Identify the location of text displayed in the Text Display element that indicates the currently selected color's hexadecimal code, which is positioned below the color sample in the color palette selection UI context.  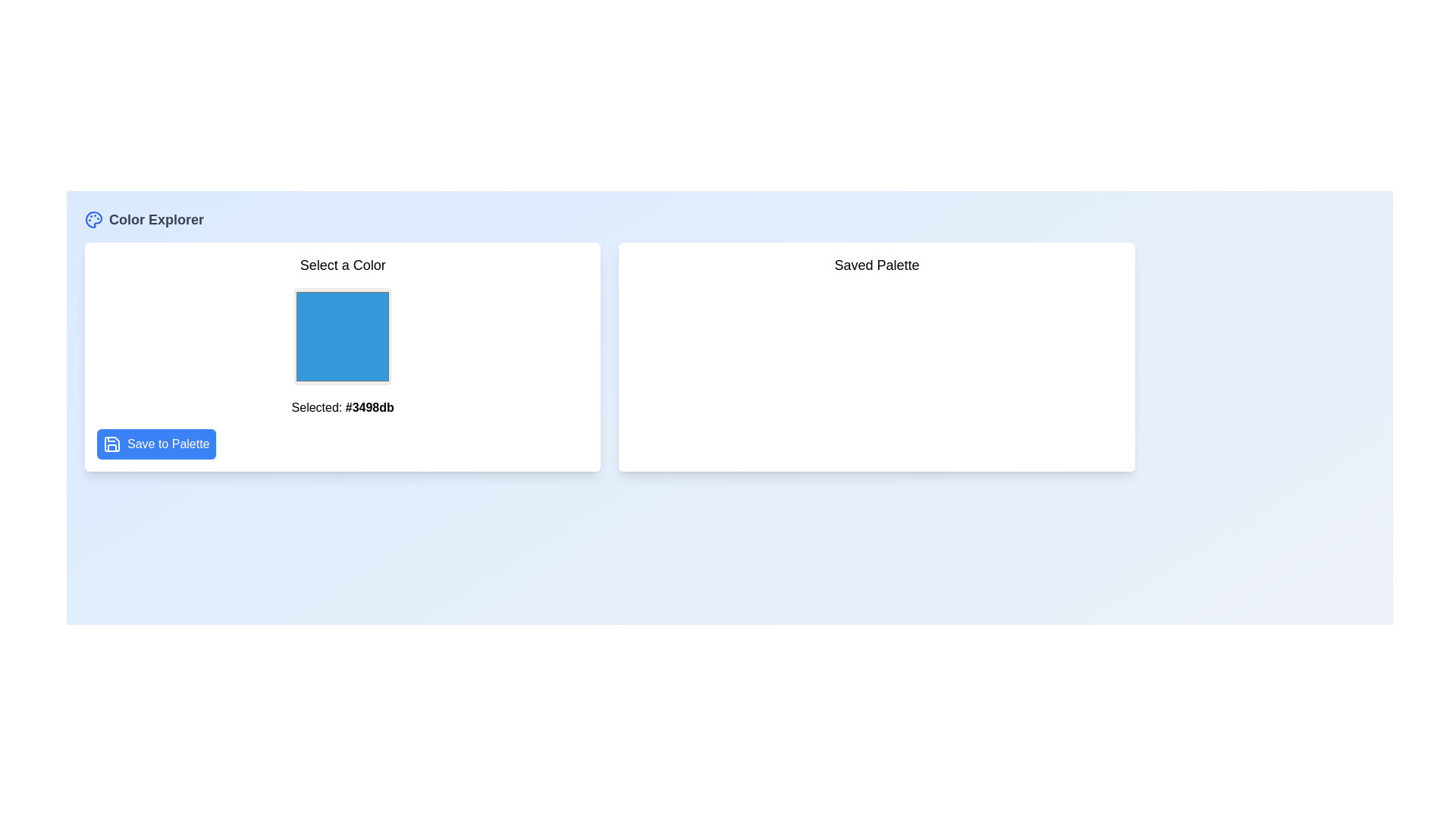
(369, 406).